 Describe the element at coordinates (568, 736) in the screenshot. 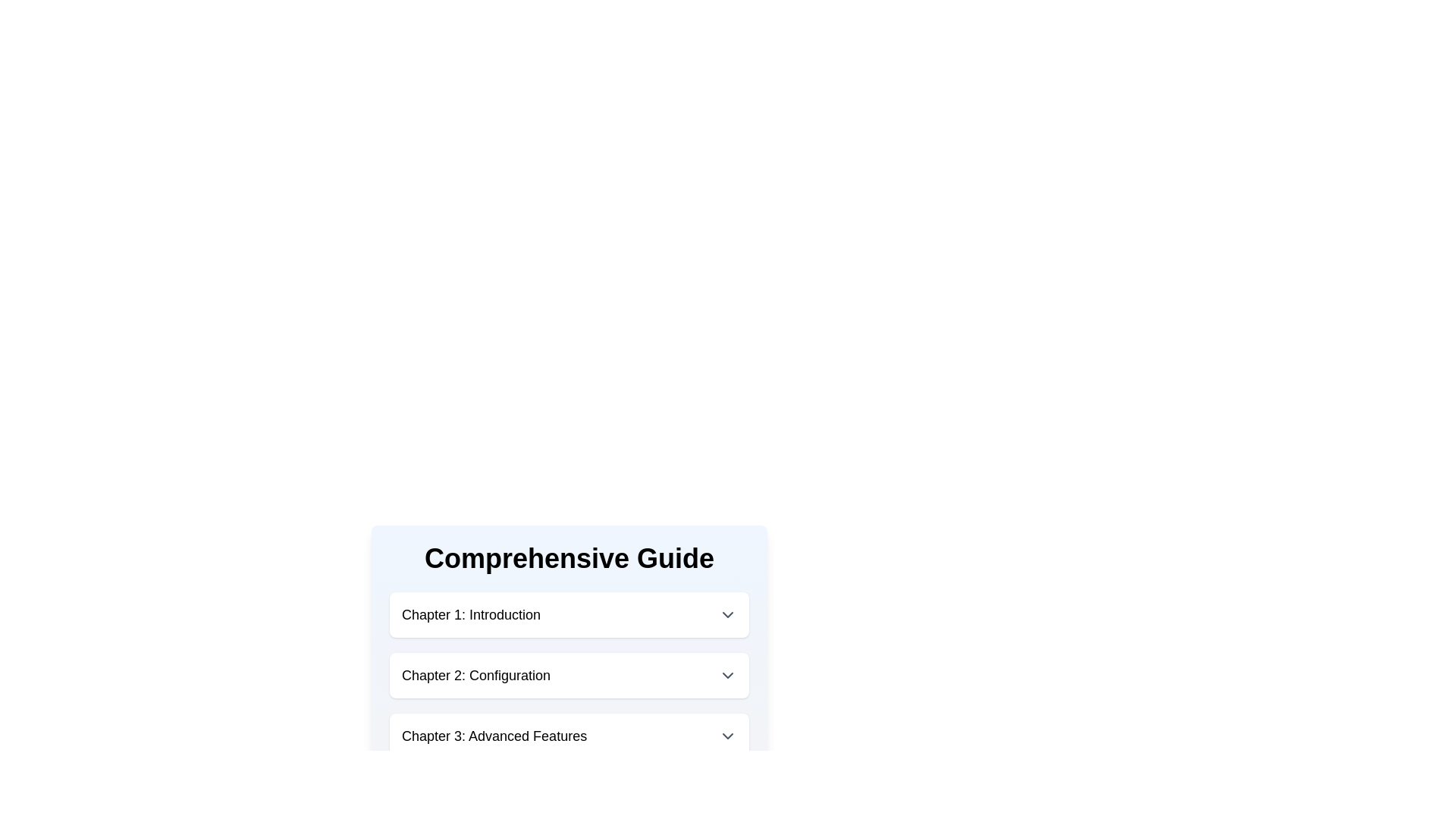

I see `the Collapsible List Item Header for 'Chapter 3: Advanced Features' to prepare for navigation actions` at that location.